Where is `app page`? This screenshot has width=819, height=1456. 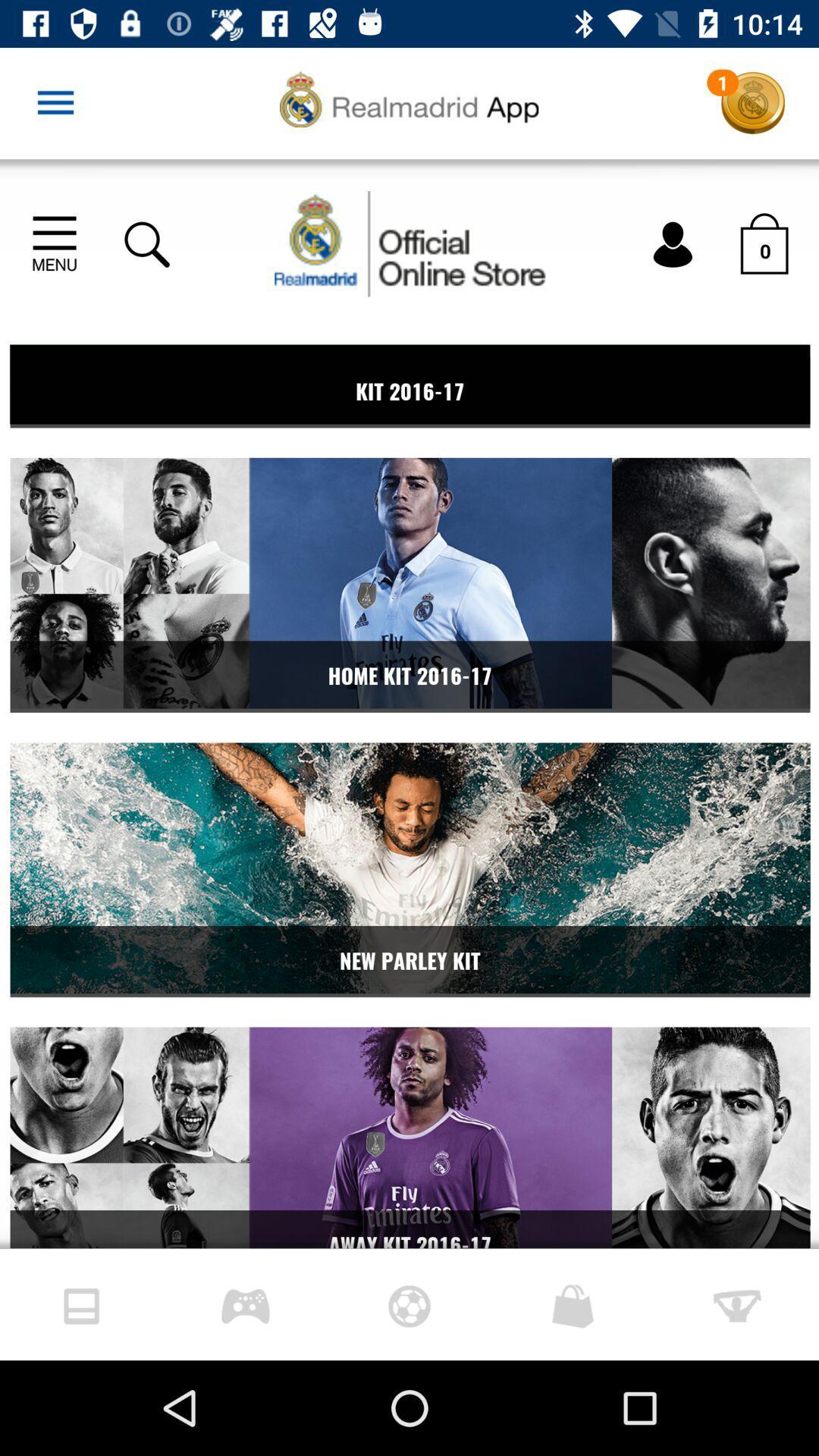
app page is located at coordinates (409, 703).